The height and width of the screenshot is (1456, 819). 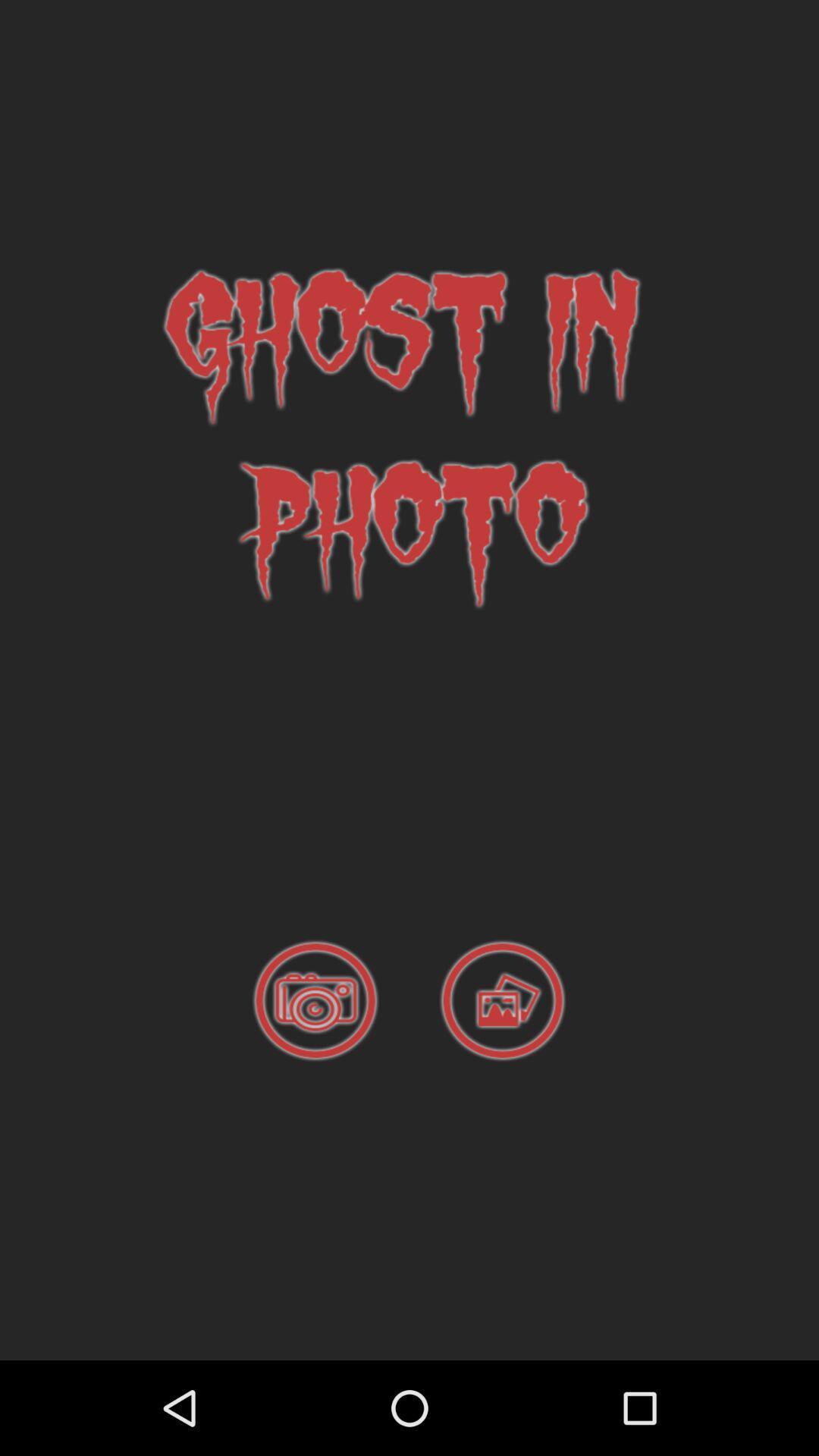 What do you see at coordinates (503, 1000) in the screenshot?
I see `photo` at bounding box center [503, 1000].